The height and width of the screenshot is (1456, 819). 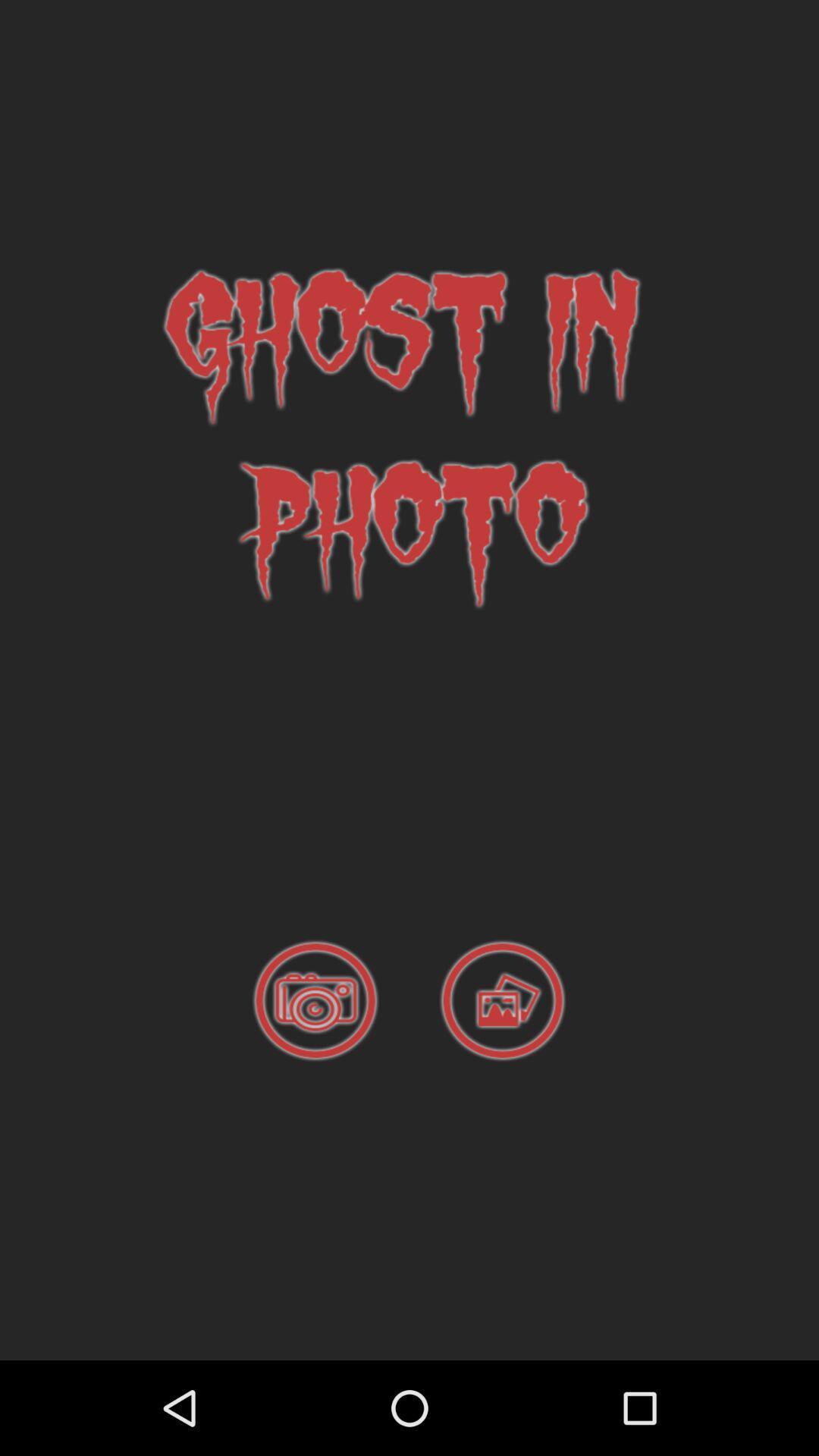 What do you see at coordinates (503, 1000) in the screenshot?
I see `photo` at bounding box center [503, 1000].